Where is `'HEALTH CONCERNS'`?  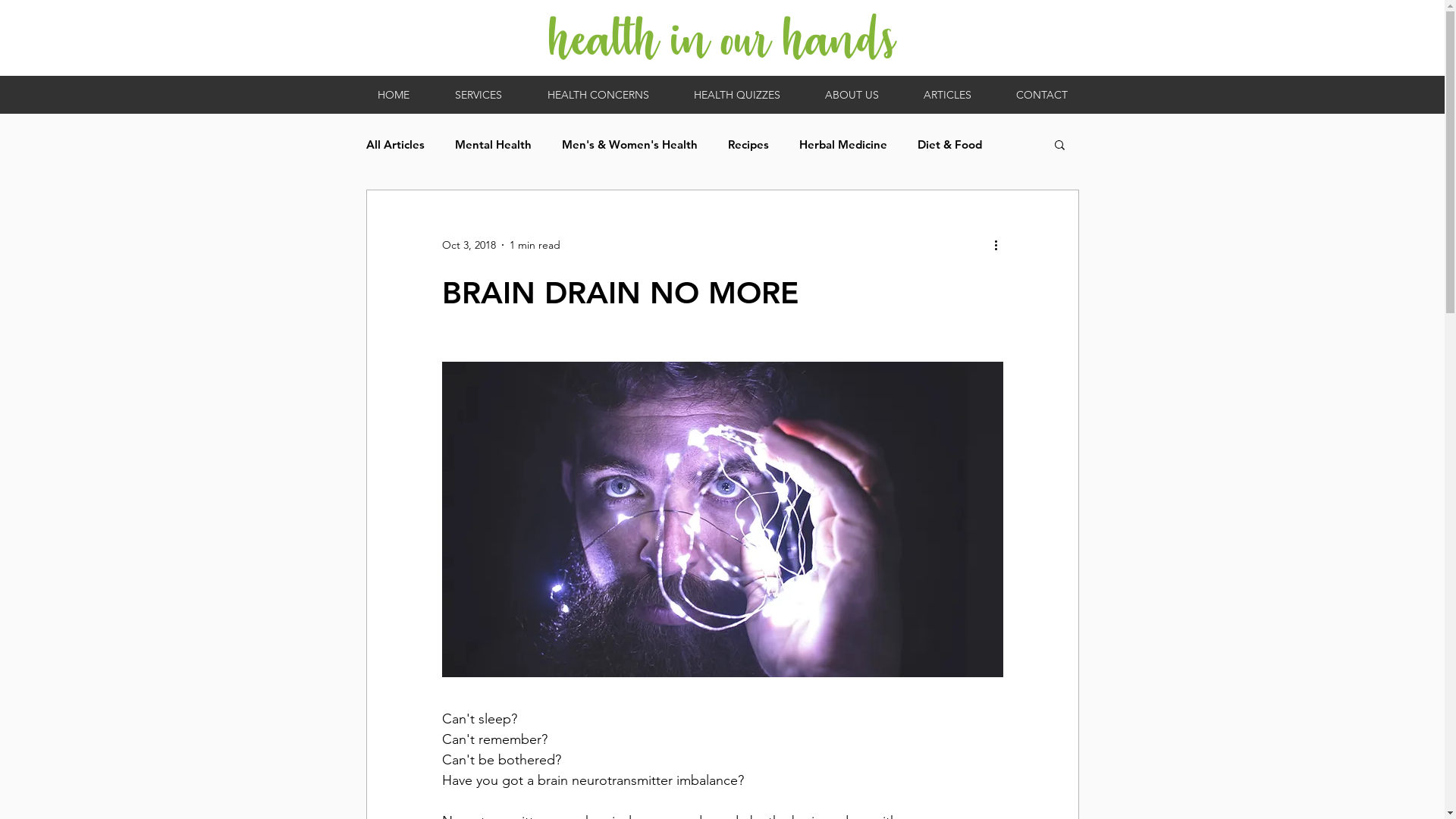 'HEALTH CONCERNS' is located at coordinates (597, 94).